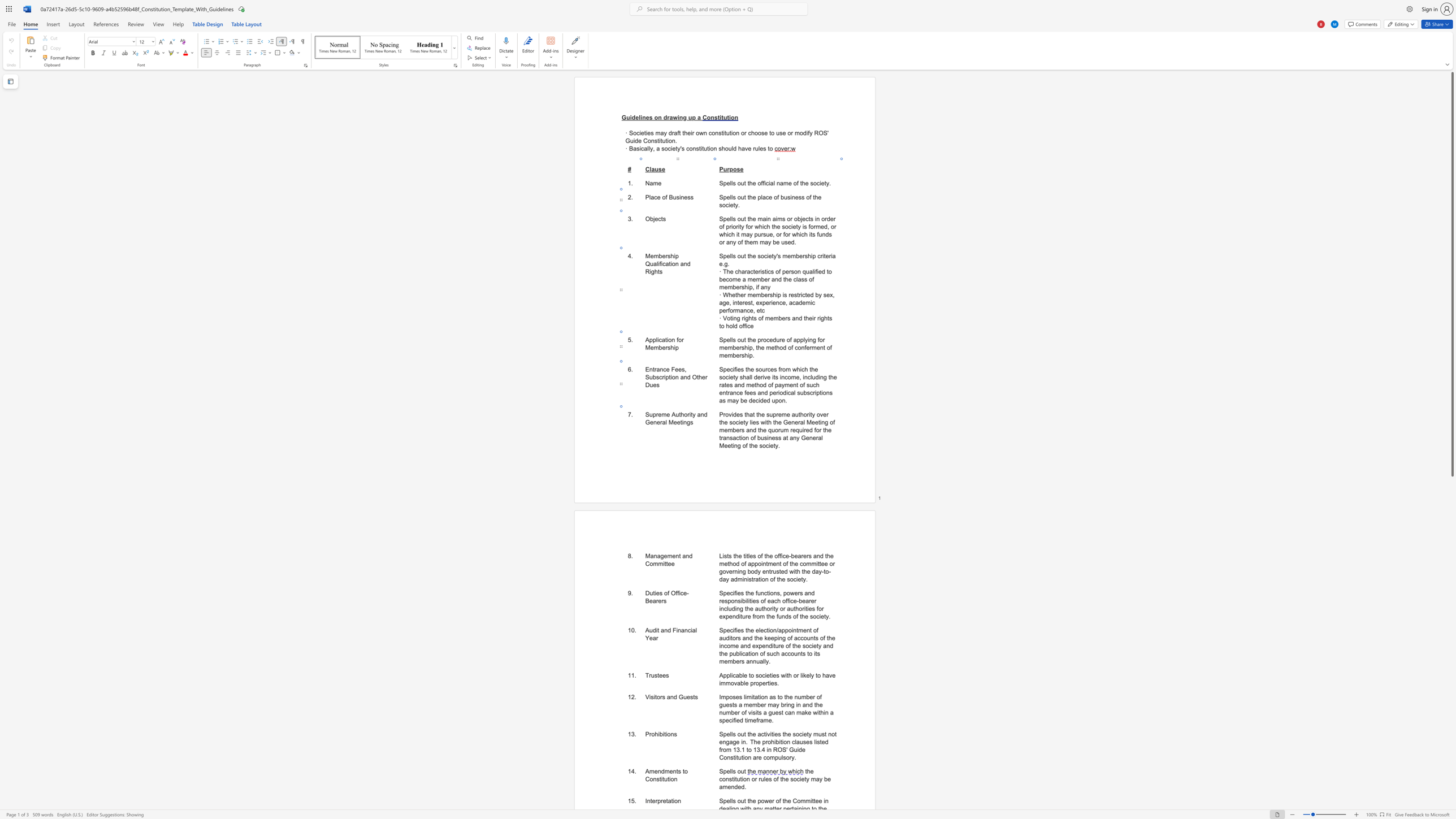 The image size is (1456, 819). Describe the element at coordinates (689, 630) in the screenshot. I see `the 1th character "c" in the text` at that location.